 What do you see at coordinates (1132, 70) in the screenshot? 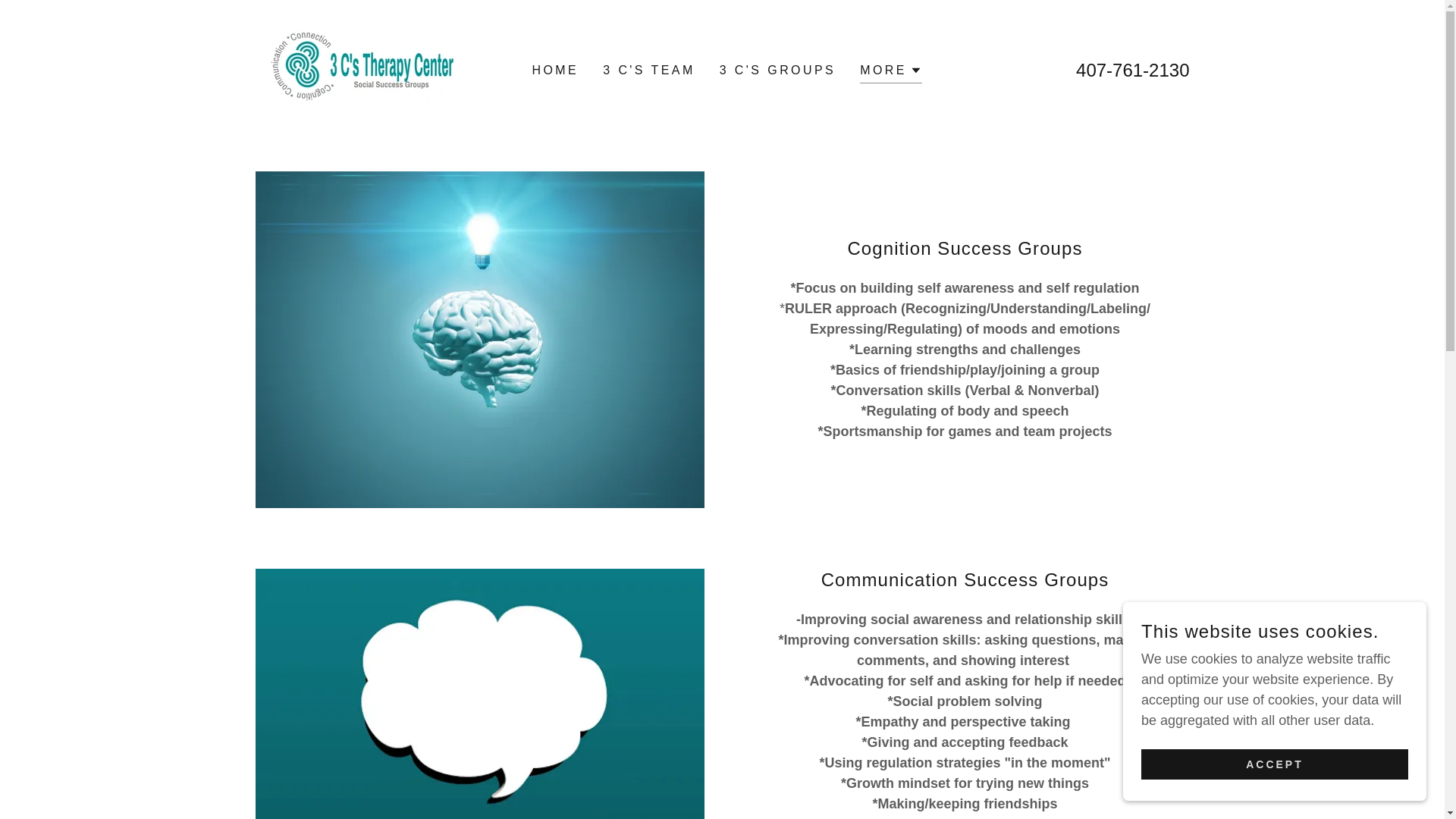
I see `'407-761-2130'` at bounding box center [1132, 70].